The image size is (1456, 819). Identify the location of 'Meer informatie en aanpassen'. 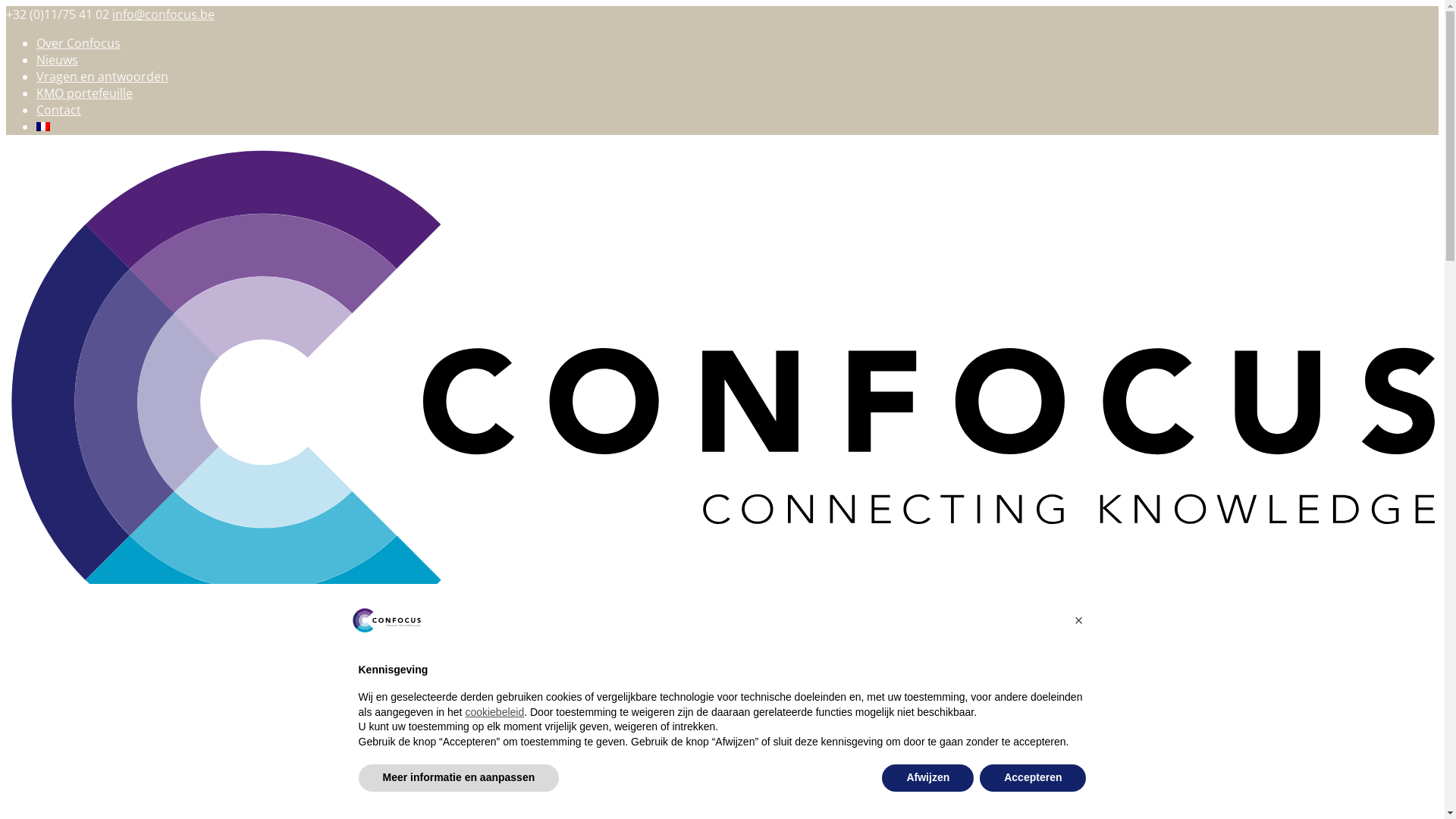
(457, 778).